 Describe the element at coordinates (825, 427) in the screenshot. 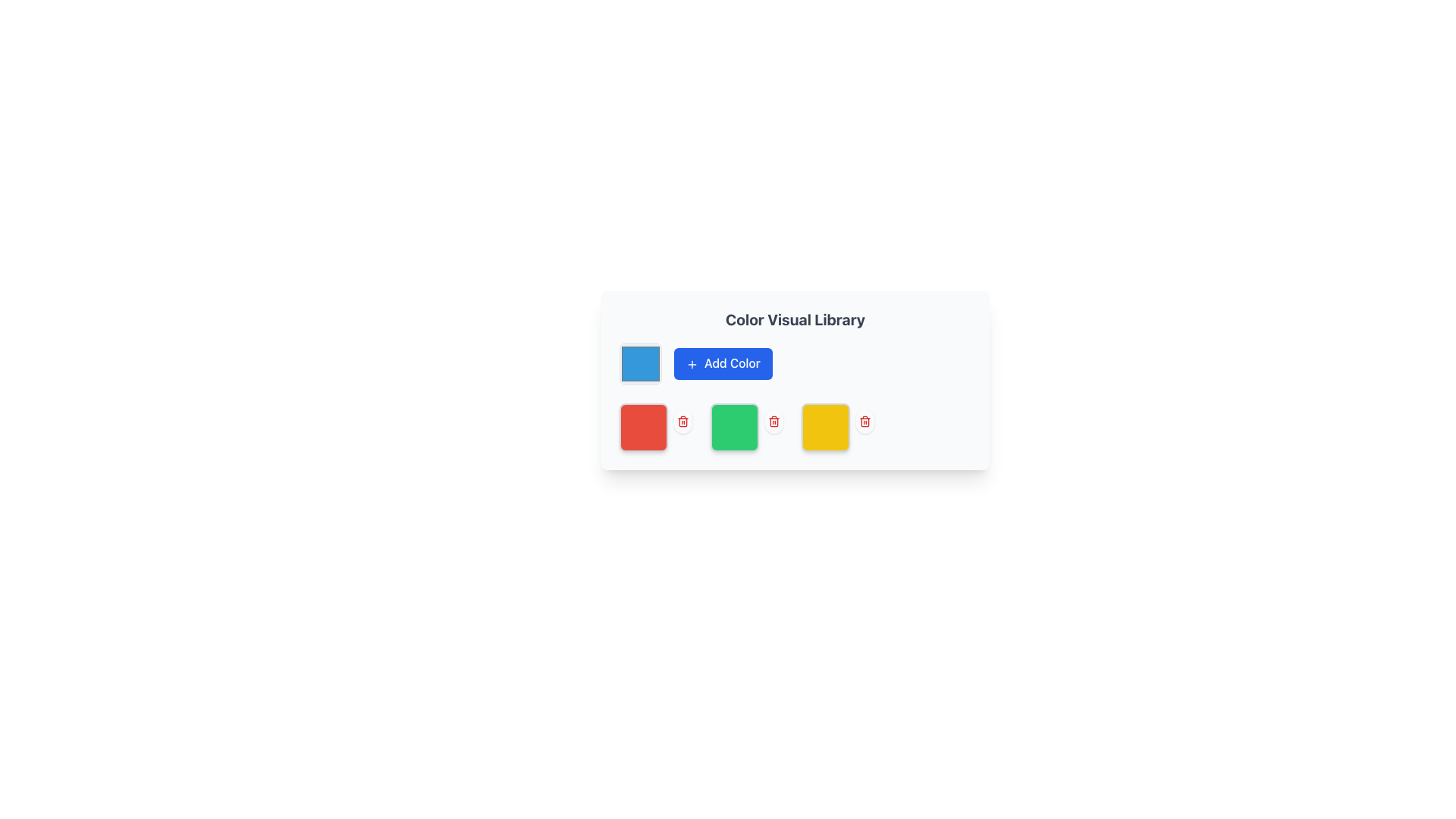

I see `the fourth color tile from the left in the bottom row of the 'Color Visual Library'` at that location.